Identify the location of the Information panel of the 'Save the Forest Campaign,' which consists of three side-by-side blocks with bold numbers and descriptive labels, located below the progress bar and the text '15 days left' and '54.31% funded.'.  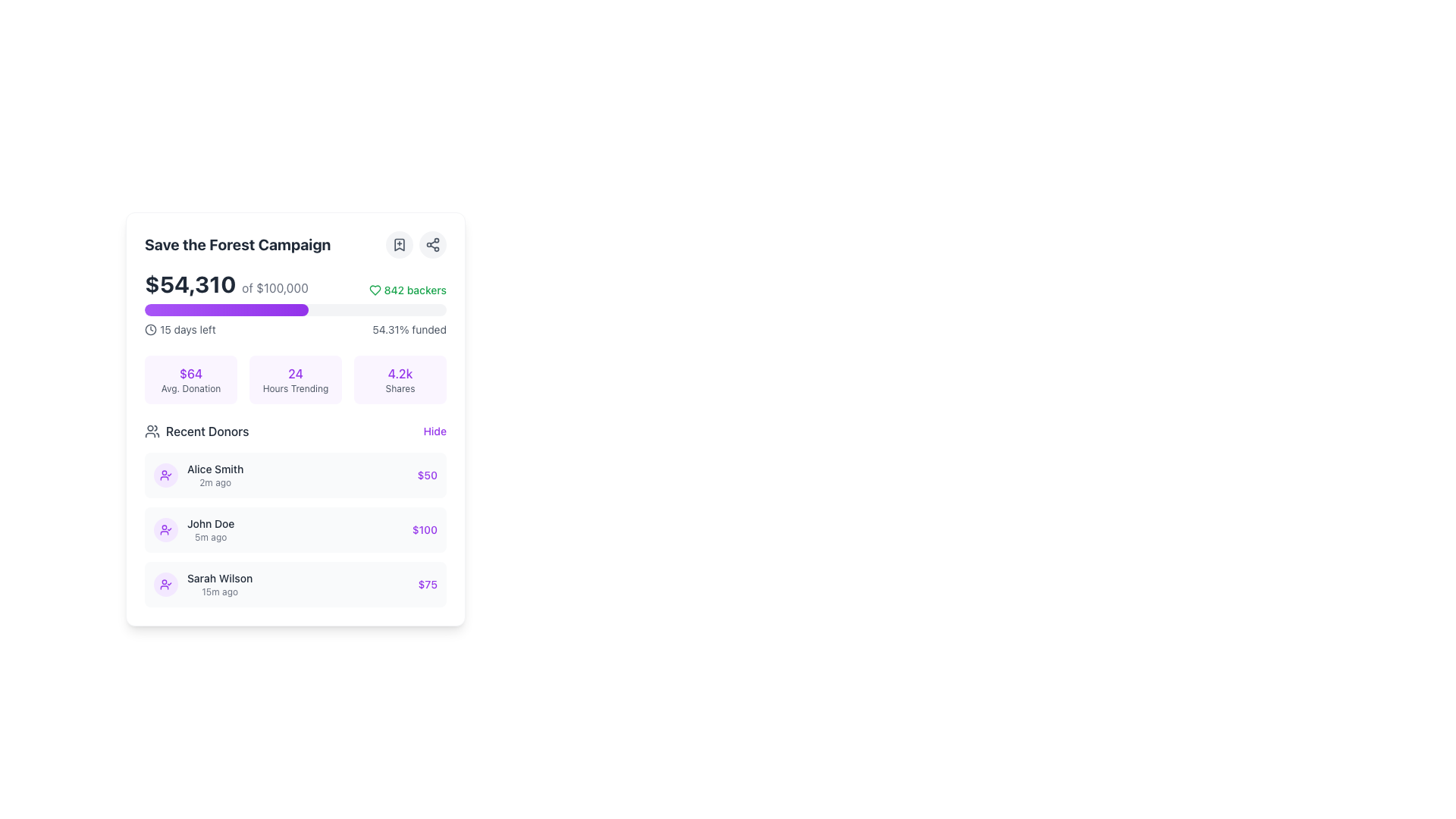
(295, 379).